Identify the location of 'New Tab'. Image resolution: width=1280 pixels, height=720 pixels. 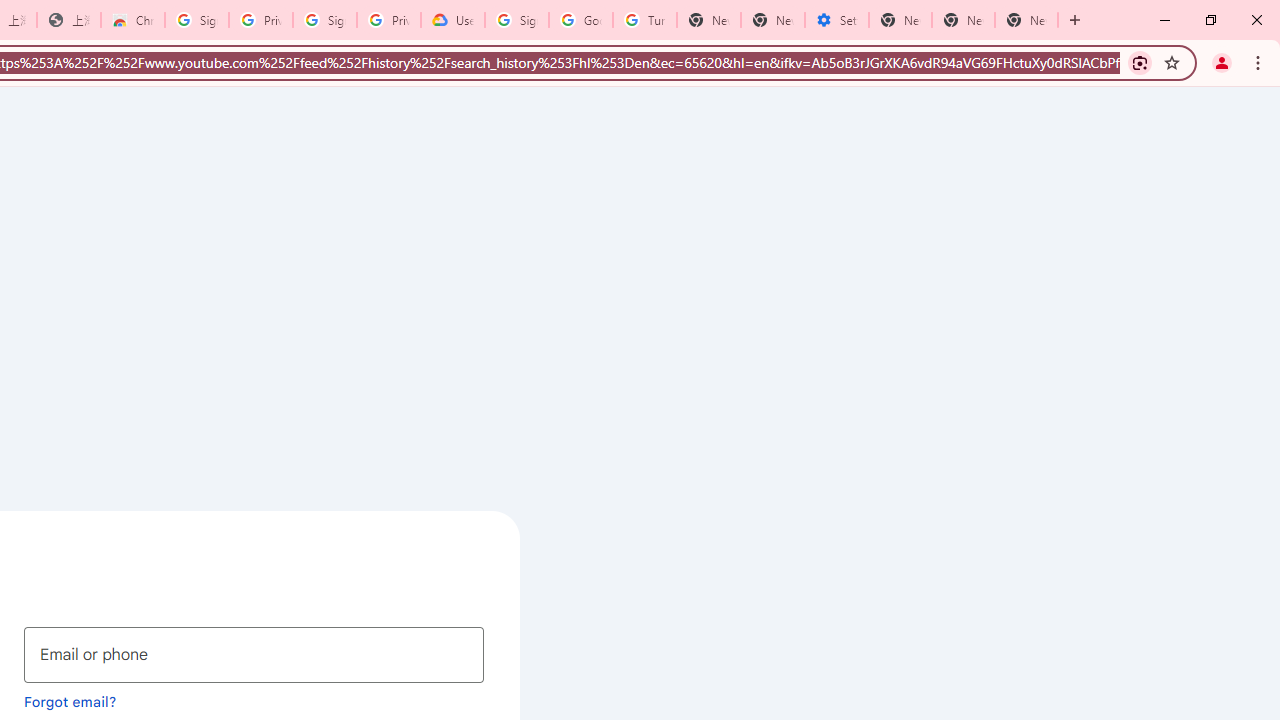
(1026, 20).